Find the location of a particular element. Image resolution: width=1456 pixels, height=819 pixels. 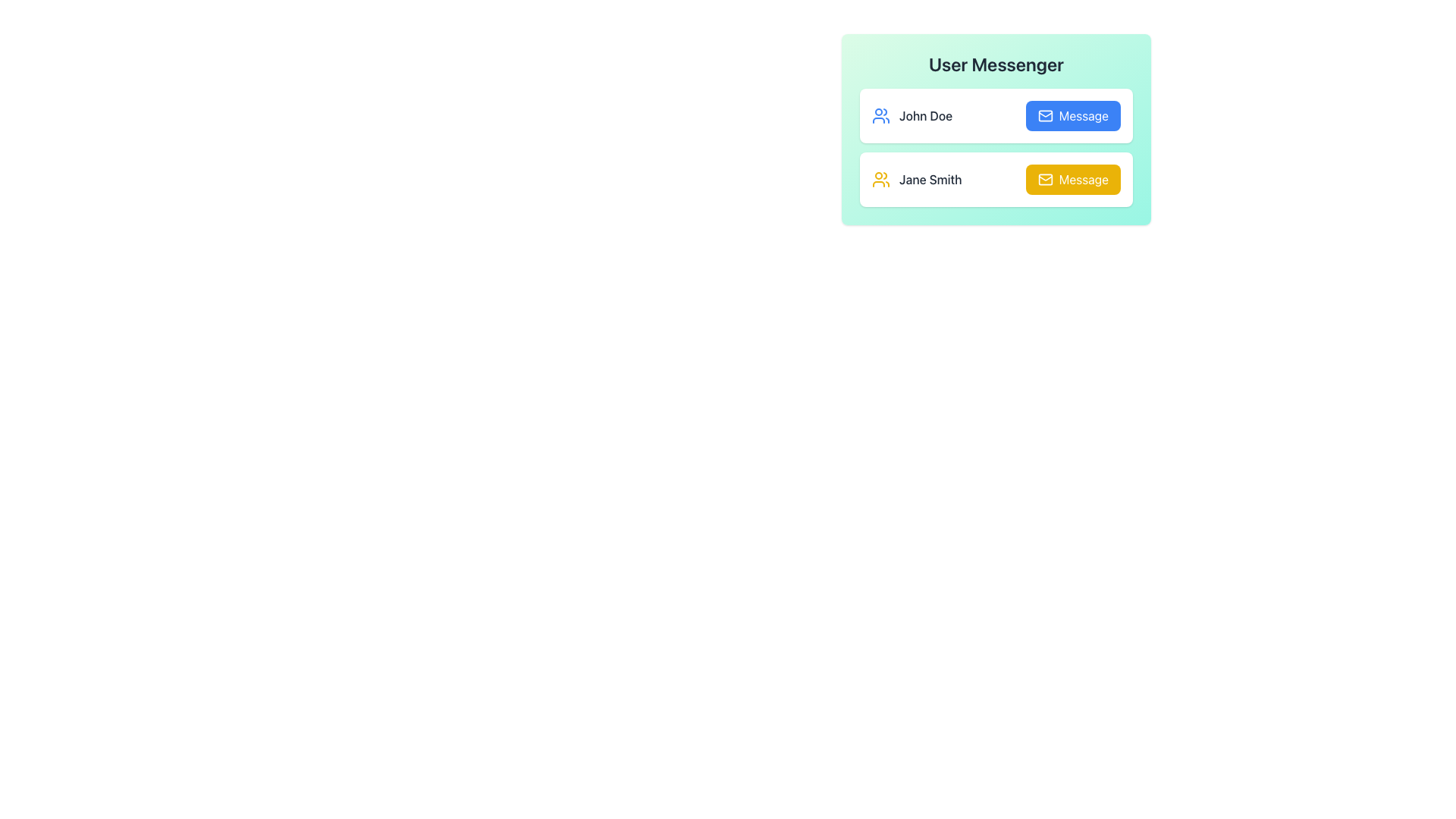

text displayed in the label identifying the user as 'Jane Smith', located under the 'User Messenger' header and aligned to the left of the 'Message' button is located at coordinates (930, 178).